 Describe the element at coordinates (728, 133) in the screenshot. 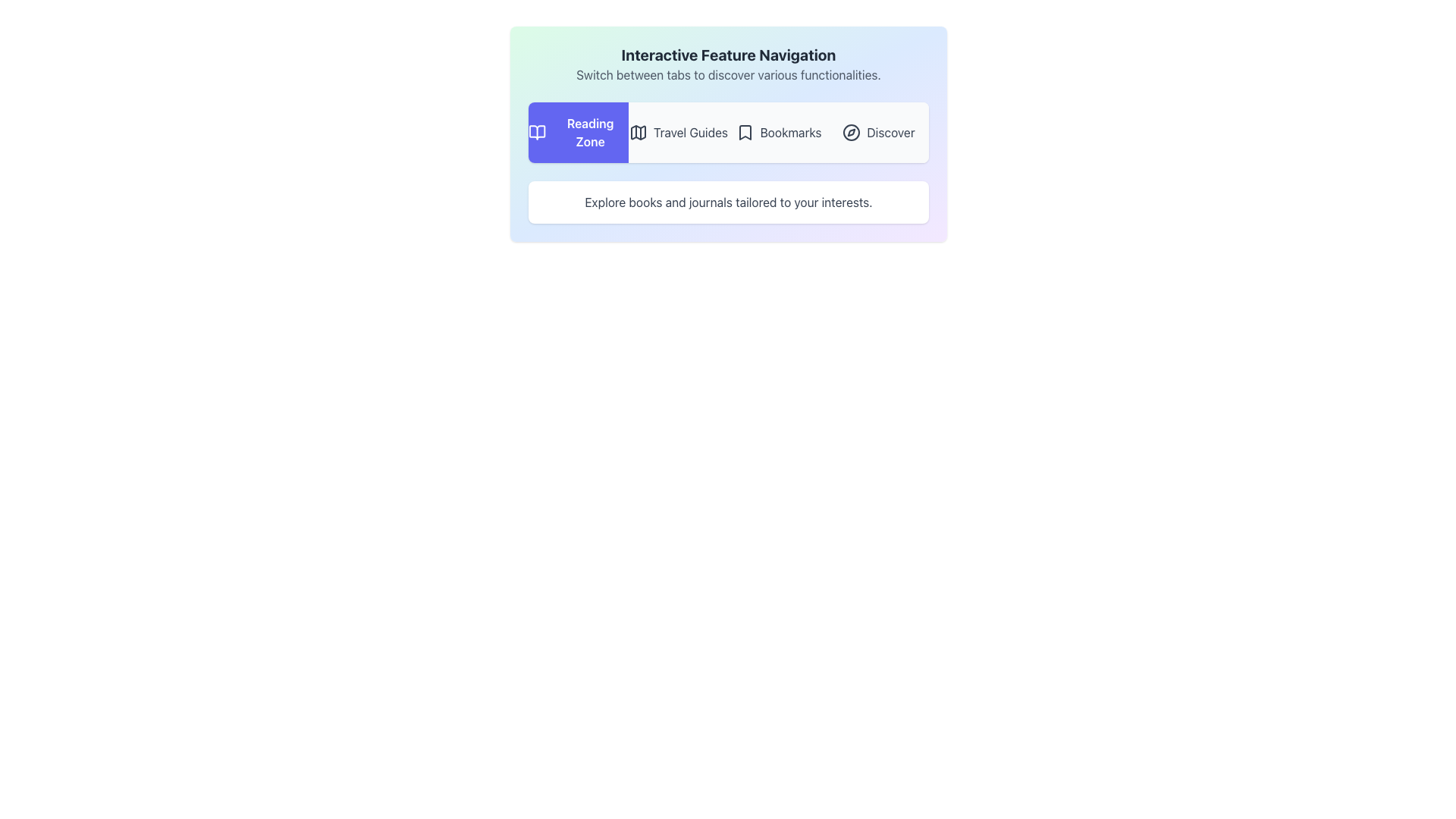

I see `the 'Travel Guides' tab located within the interactive card titled 'Interactive Feature Navigation'` at that location.